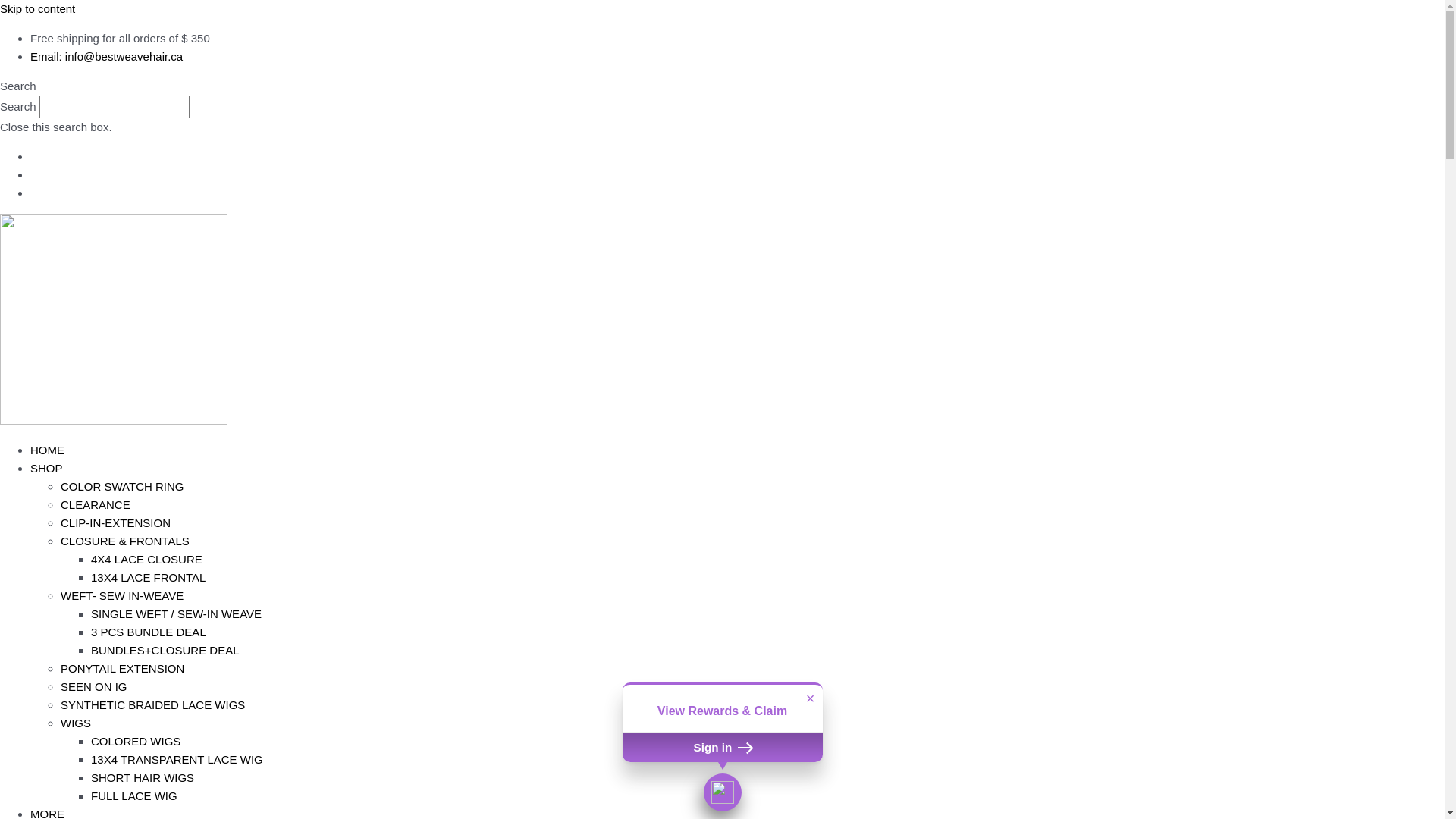 Image resolution: width=1456 pixels, height=819 pixels. What do you see at coordinates (135, 740) in the screenshot?
I see `'COLORED WIGS'` at bounding box center [135, 740].